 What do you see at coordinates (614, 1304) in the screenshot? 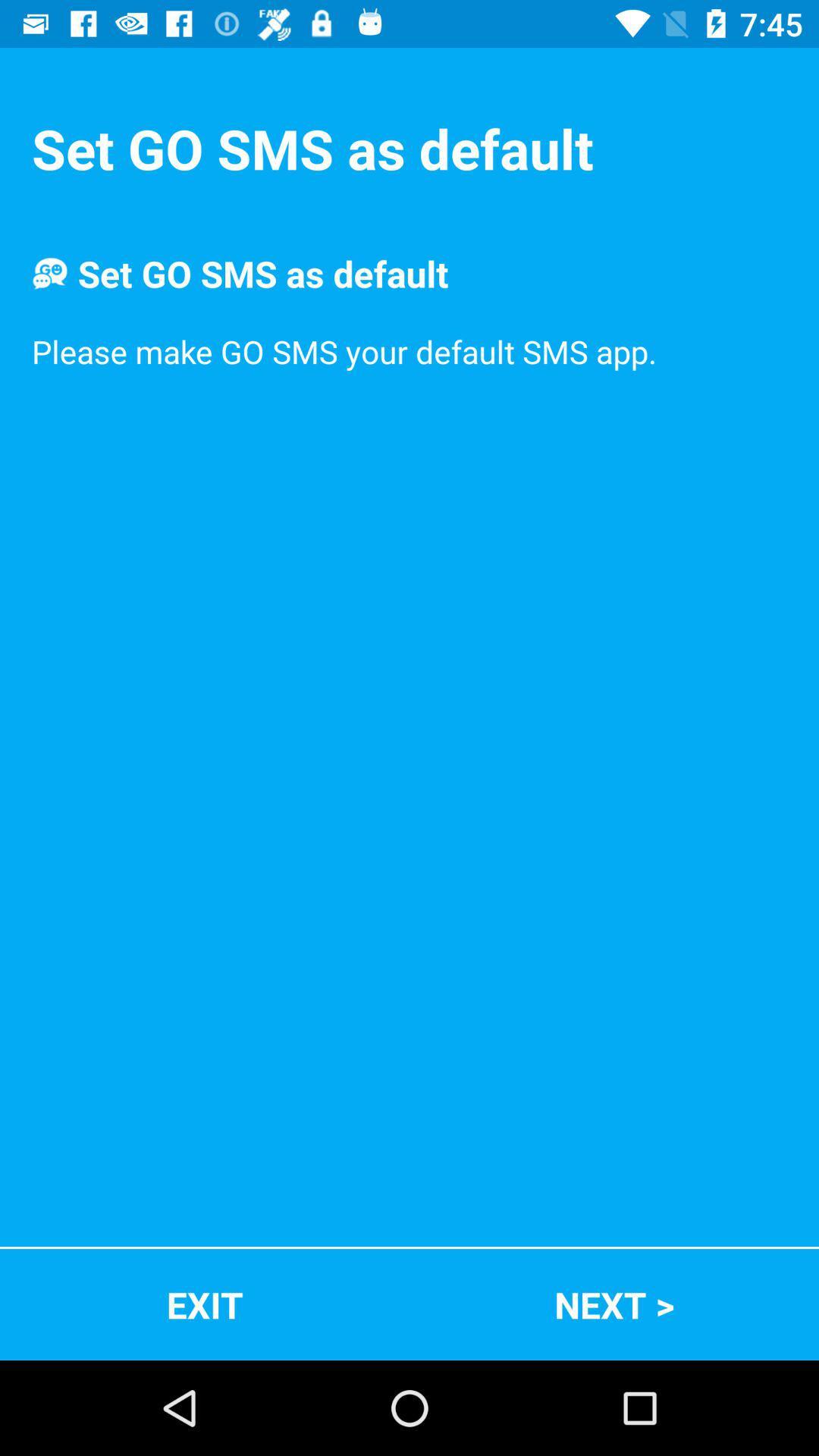
I see `the next >` at bounding box center [614, 1304].